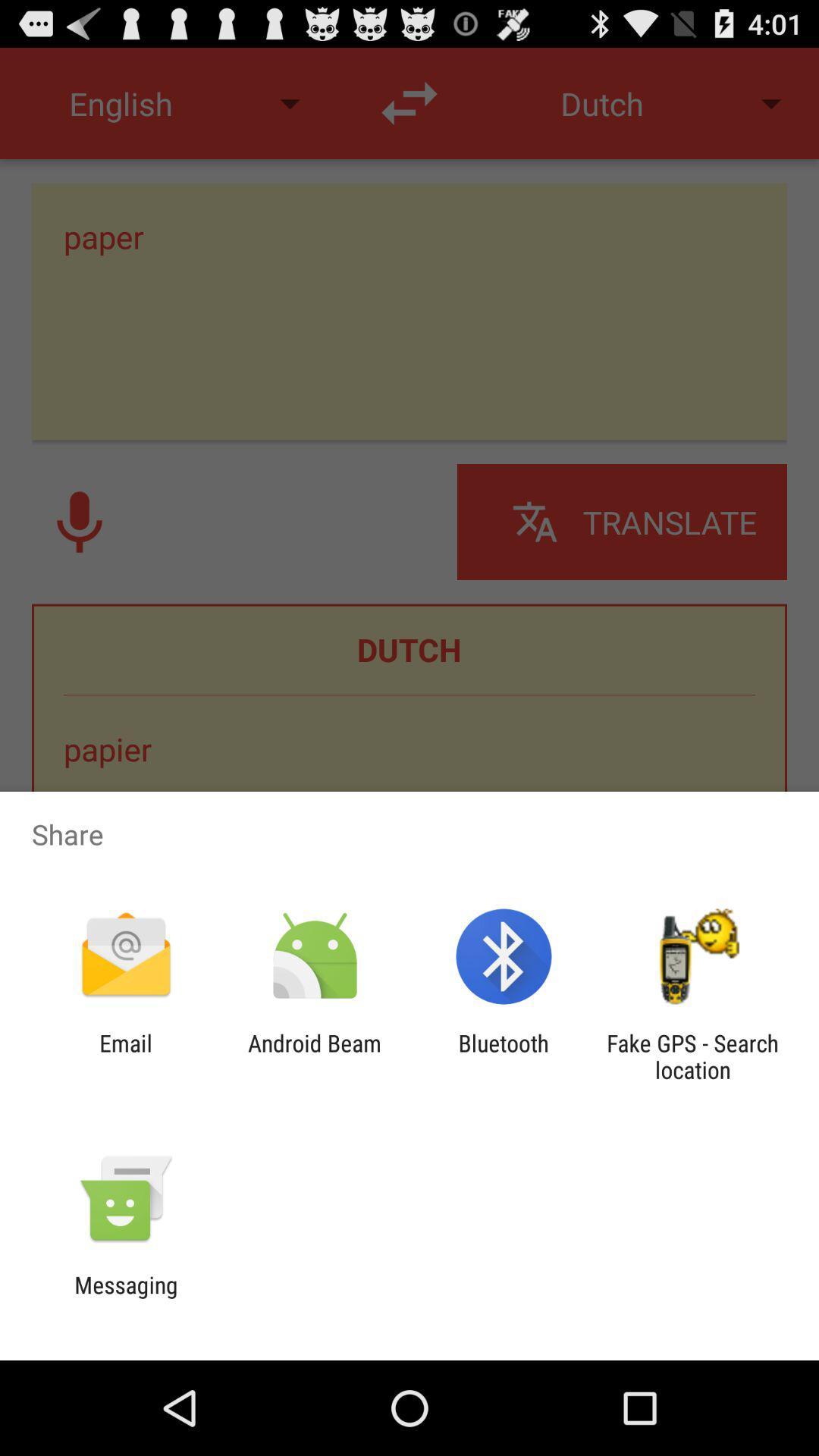 This screenshot has height=1456, width=819. What do you see at coordinates (314, 1056) in the screenshot?
I see `the icon next to the bluetooth icon` at bounding box center [314, 1056].